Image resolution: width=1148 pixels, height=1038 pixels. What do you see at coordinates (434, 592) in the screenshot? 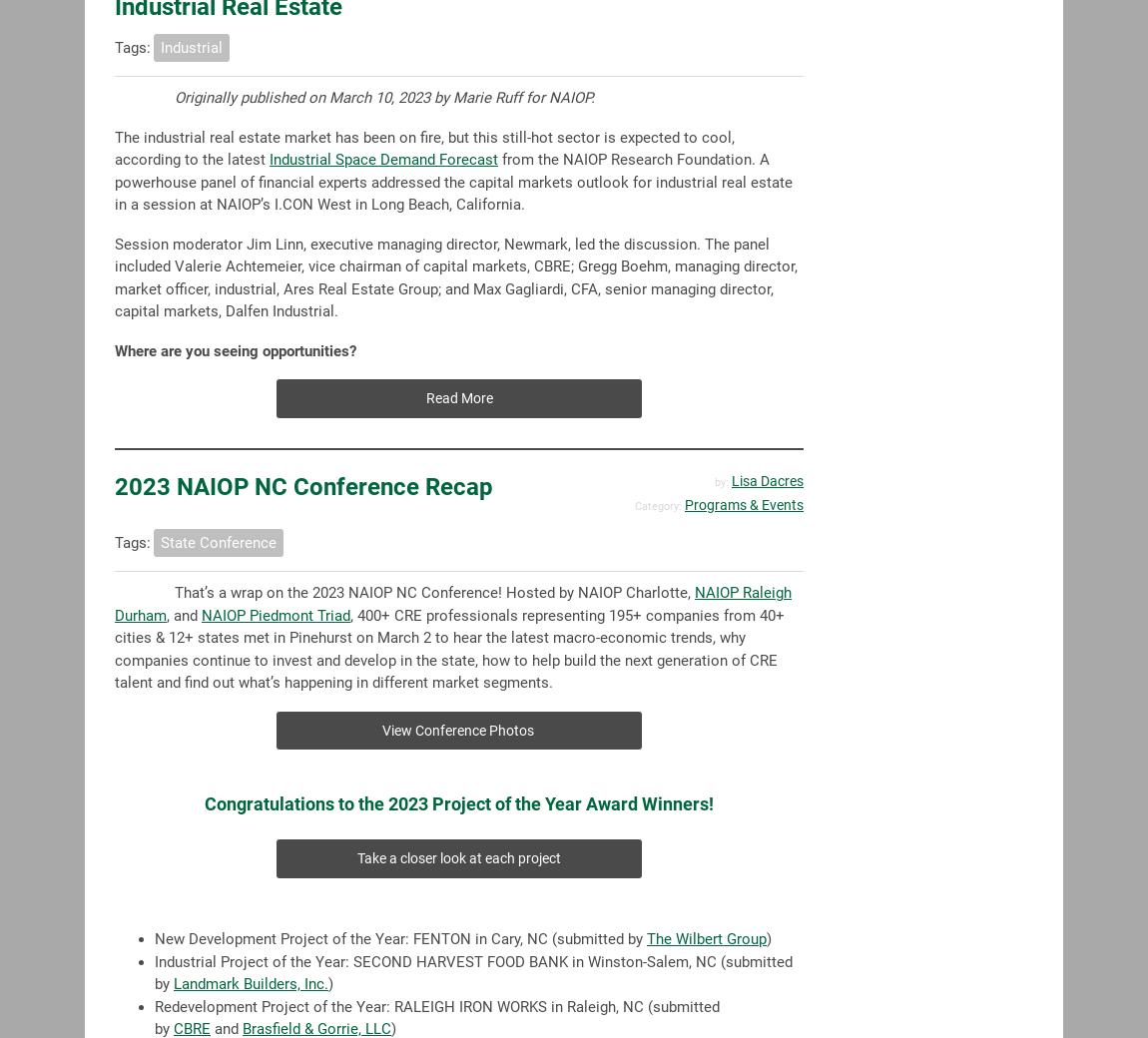
I see `'That’s a wrap on the 2023 NAIOP NC Conference! Hosted by NAIOP Charlotte,'` at bounding box center [434, 592].